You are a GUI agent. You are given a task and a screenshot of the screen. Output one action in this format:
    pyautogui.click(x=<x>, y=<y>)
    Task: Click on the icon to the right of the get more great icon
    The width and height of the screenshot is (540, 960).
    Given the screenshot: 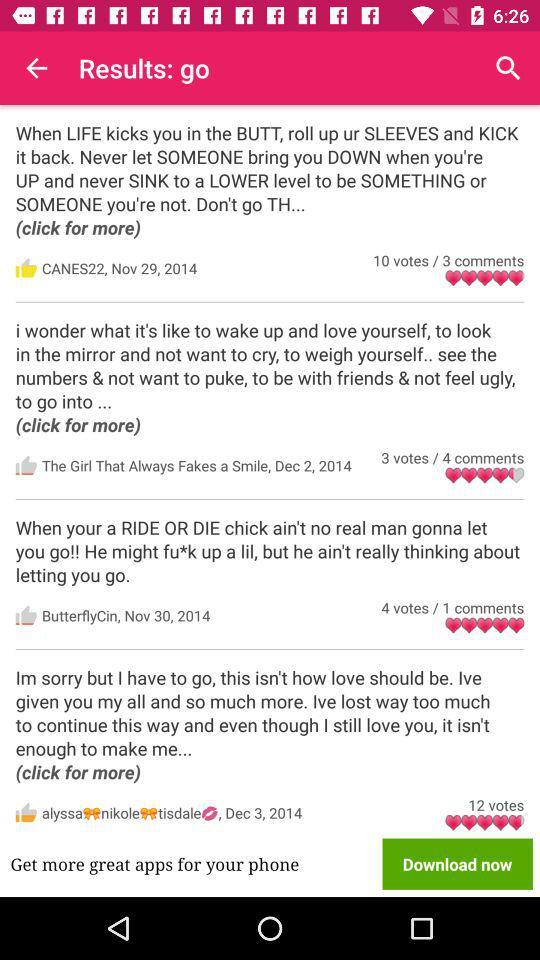 What is the action you would take?
    pyautogui.click(x=457, y=863)
    